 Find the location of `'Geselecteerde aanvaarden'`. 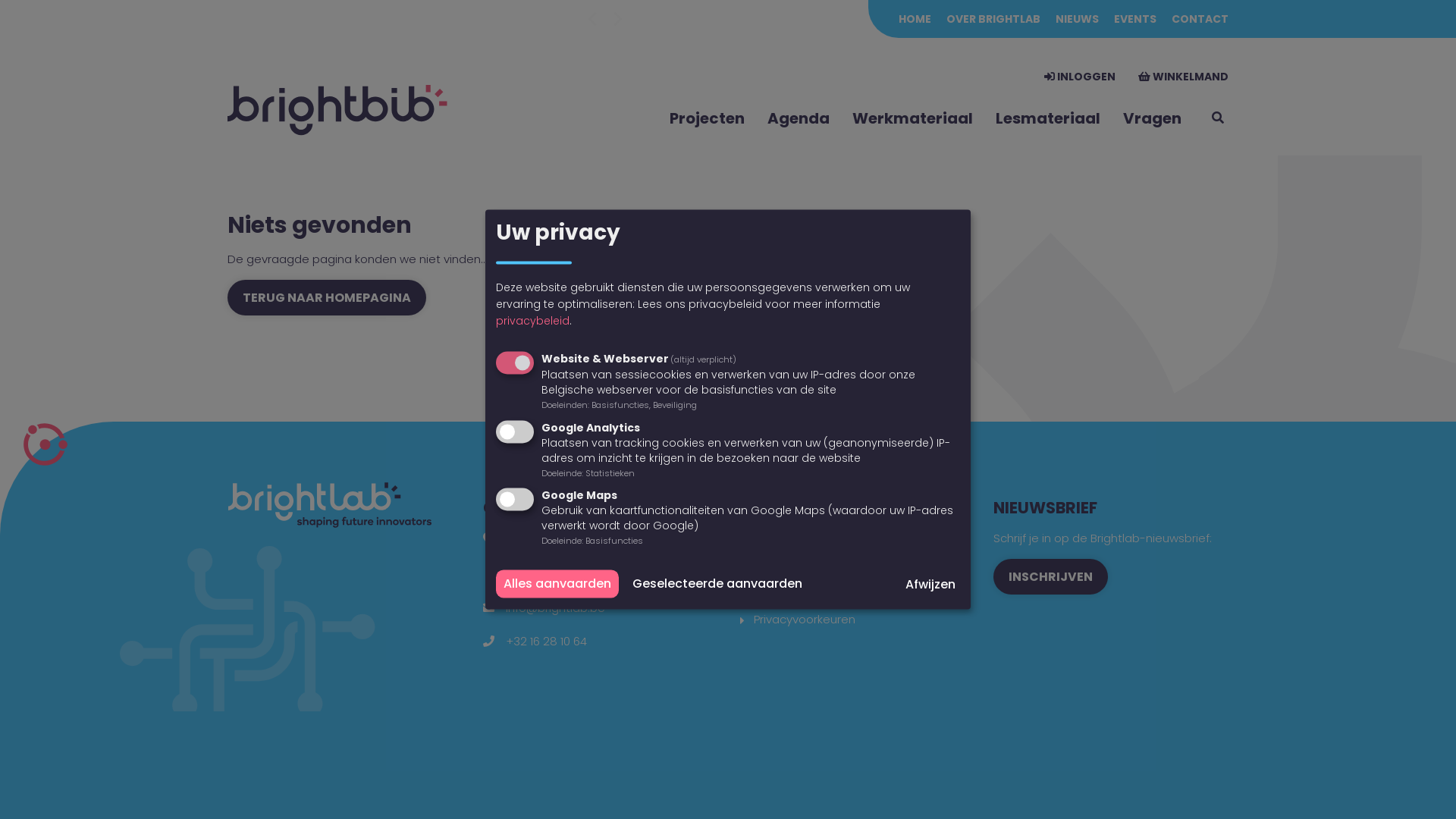

'Geselecteerde aanvaarden' is located at coordinates (716, 583).